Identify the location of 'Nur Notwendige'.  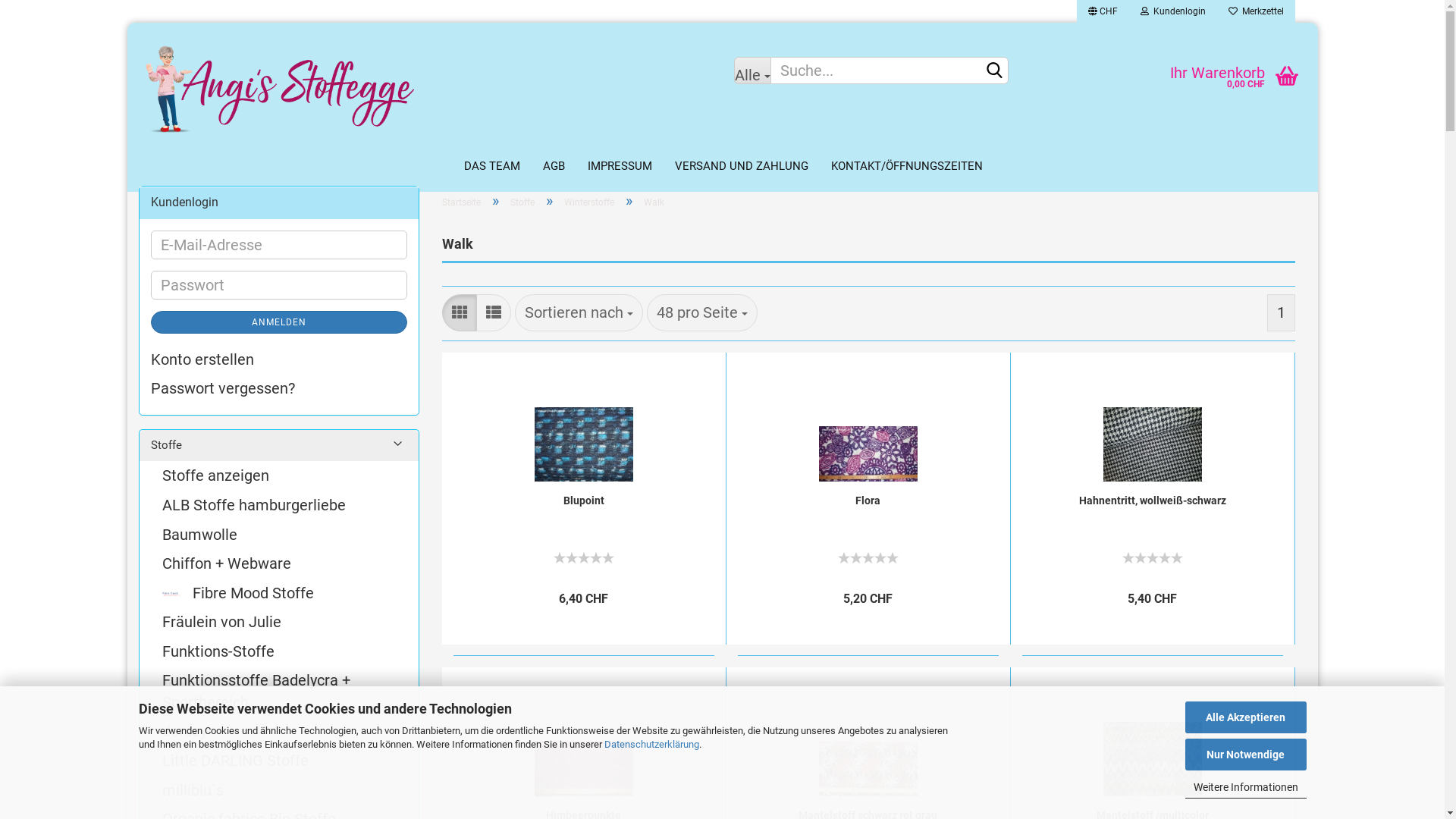
(1183, 755).